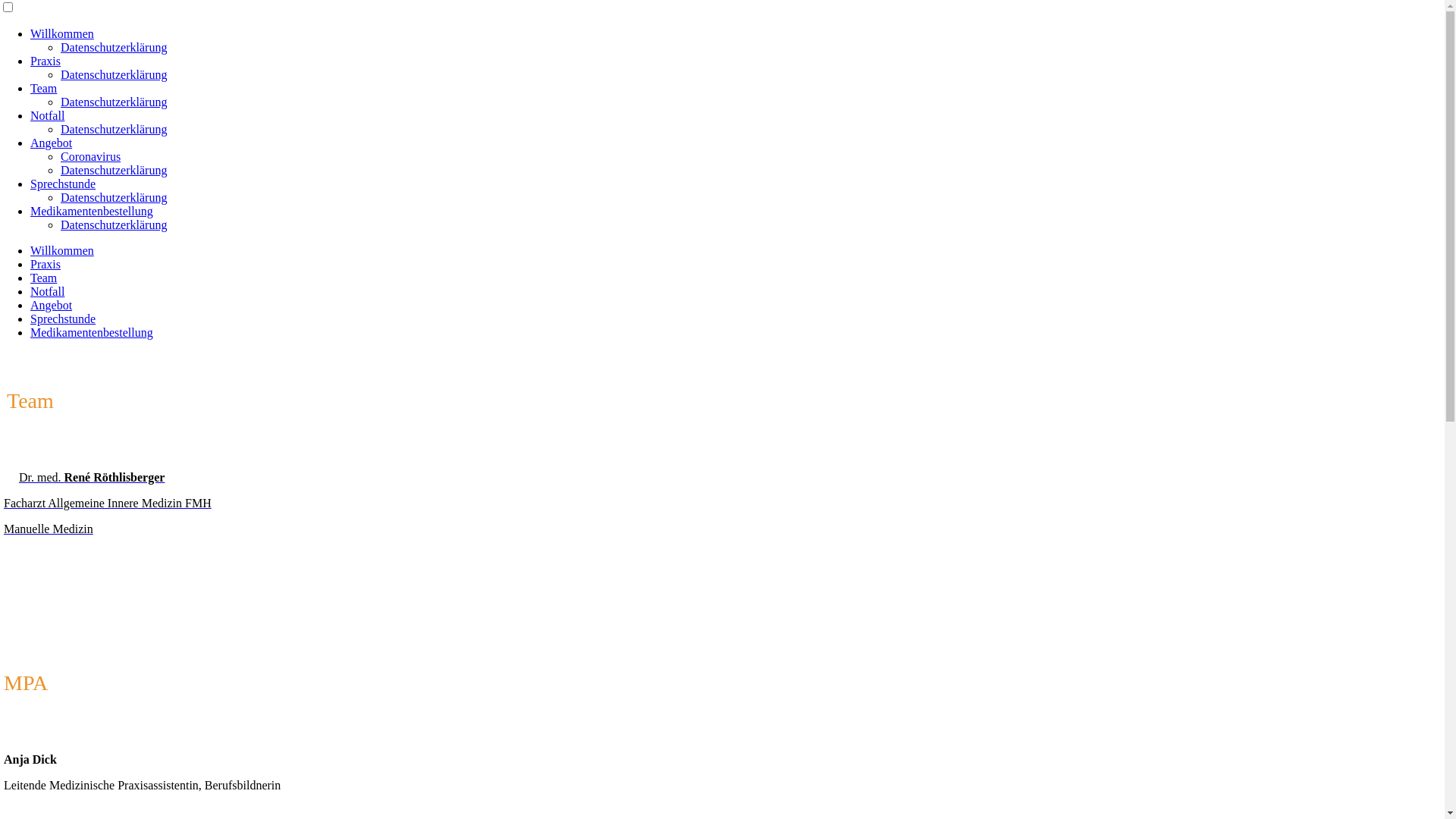 This screenshot has width=1456, height=819. Describe the element at coordinates (90, 211) in the screenshot. I see `'Medikamentenbestellung'` at that location.